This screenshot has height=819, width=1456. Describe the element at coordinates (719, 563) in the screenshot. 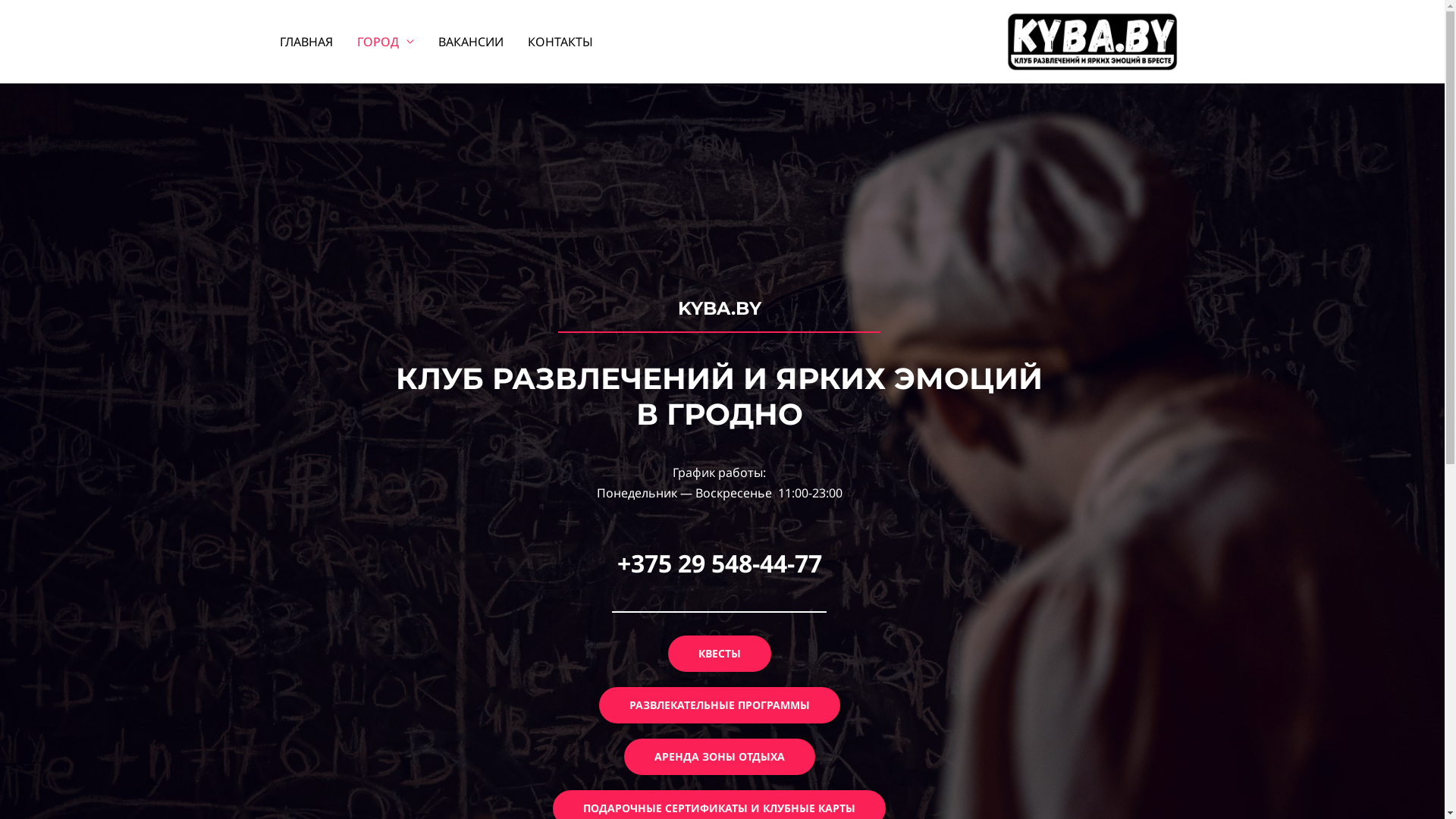

I see `'+375 29 548-44-77'` at that location.